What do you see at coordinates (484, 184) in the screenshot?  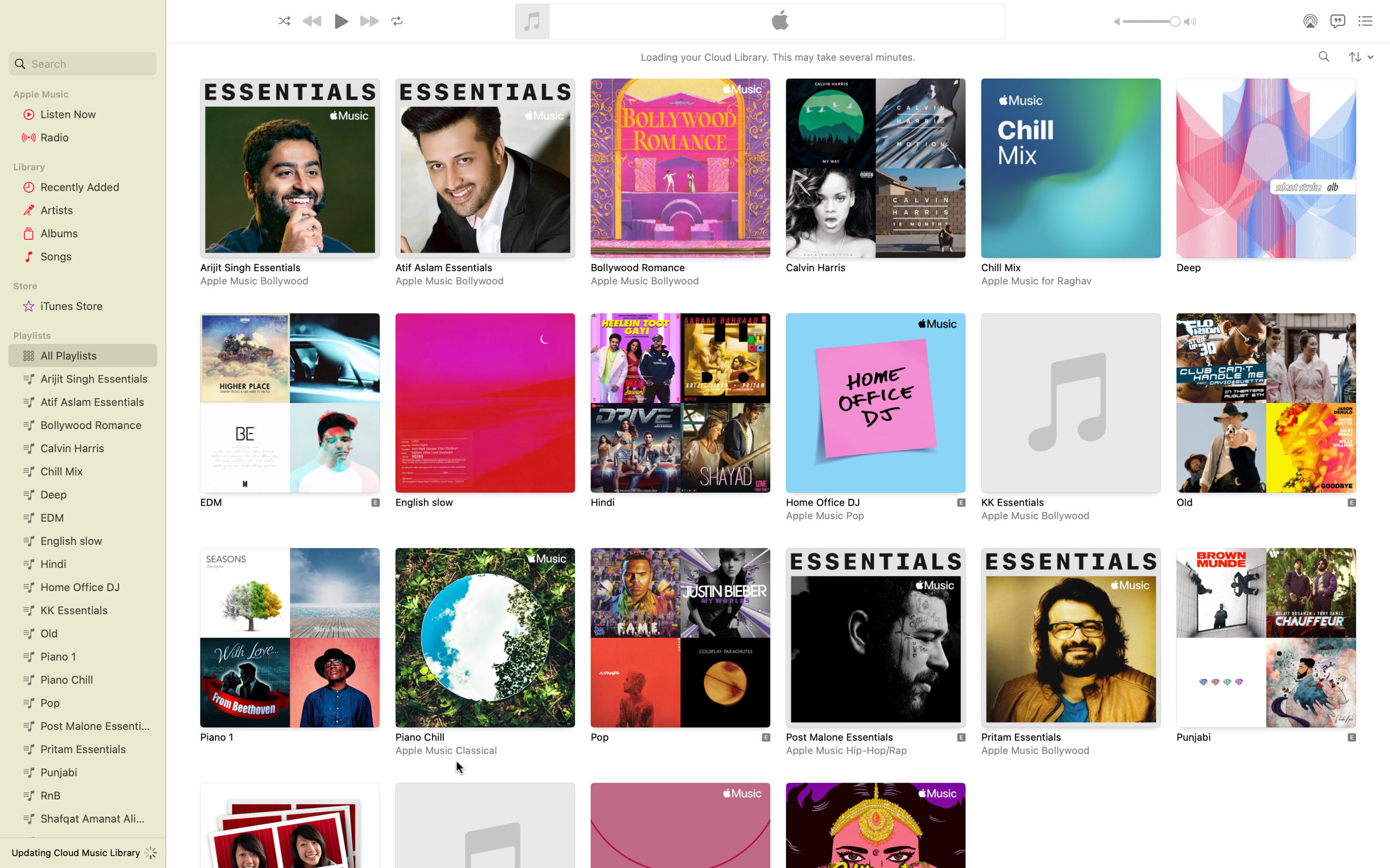 I see `Go to and click the playlist Atif` at bounding box center [484, 184].